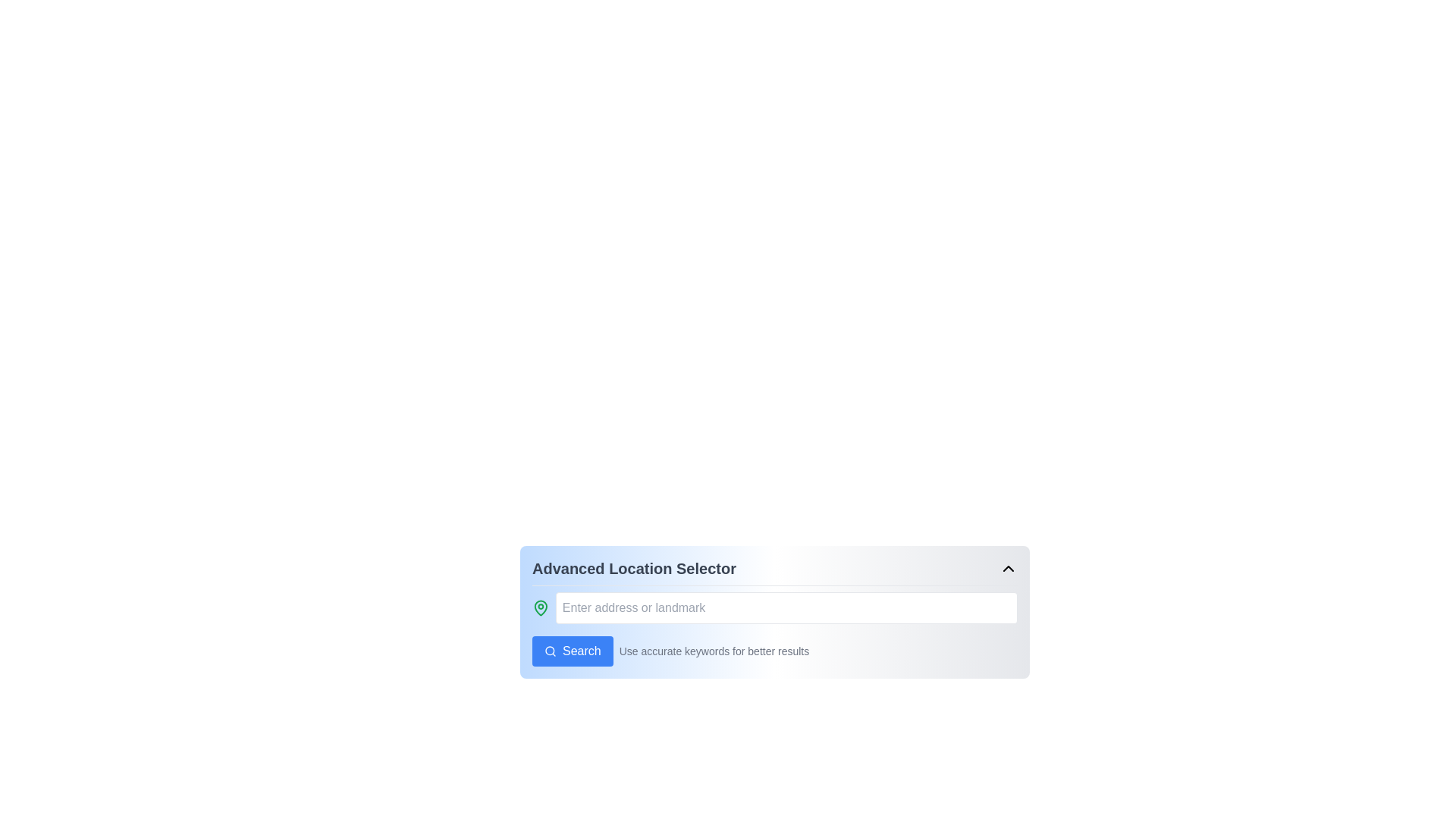 The height and width of the screenshot is (819, 1456). I want to click on guidance text 'Use accurate keywords for better results' located next to the 'Search' button in the lower section of the 'Advanced Location Selector' area, so click(775, 651).